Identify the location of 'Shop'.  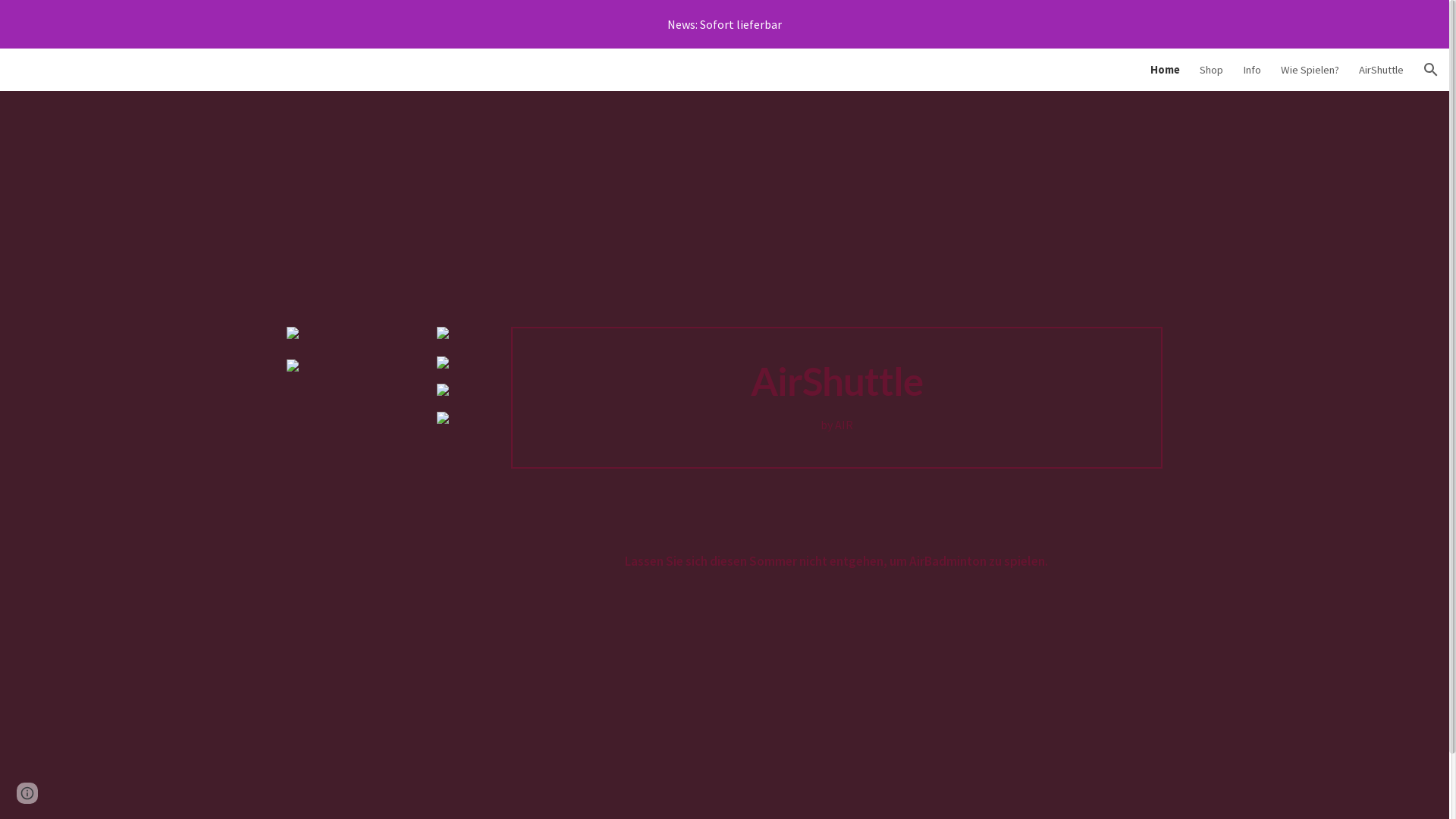
(1210, 70).